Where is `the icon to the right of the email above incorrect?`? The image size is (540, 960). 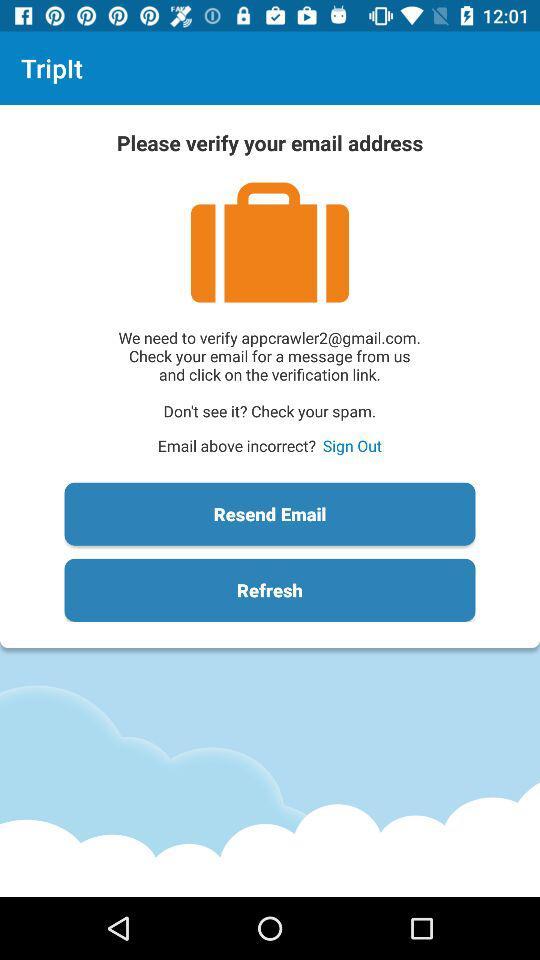 the icon to the right of the email above incorrect? is located at coordinates (351, 445).